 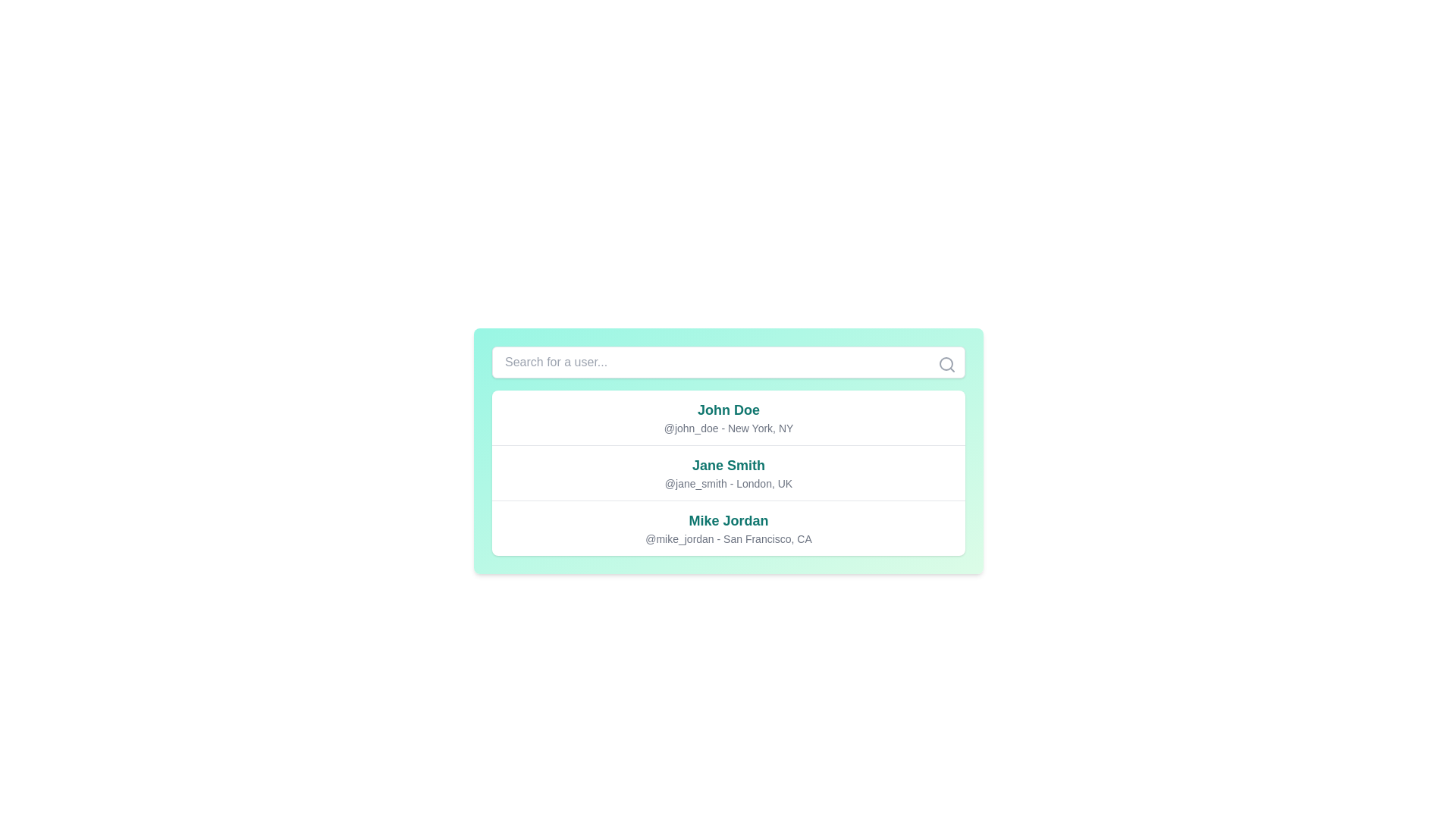 What do you see at coordinates (728, 519) in the screenshot?
I see `the Text label displaying the user's name, which is positioned above the text '@mike_jordan - San Francisco, CA' in the lower section of a list of similar elements` at bounding box center [728, 519].